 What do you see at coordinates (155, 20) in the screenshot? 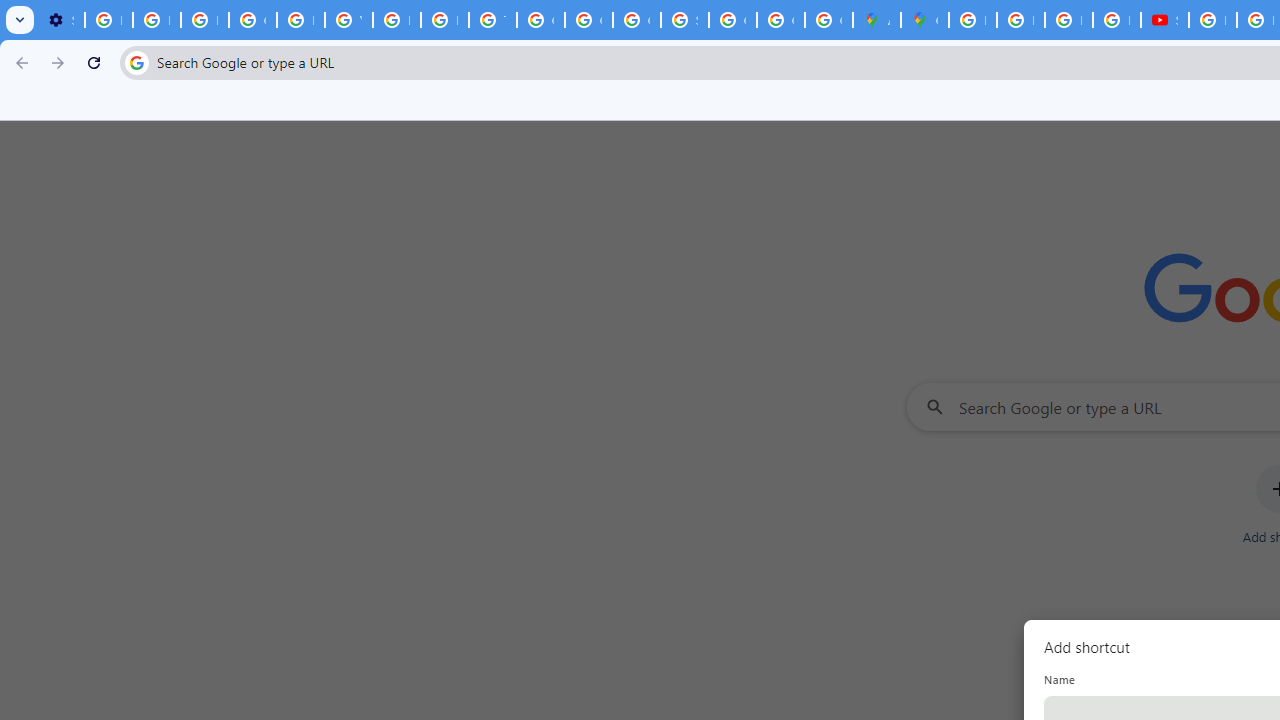
I see `'Learn how to find your photos - Google Photos Help'` at bounding box center [155, 20].